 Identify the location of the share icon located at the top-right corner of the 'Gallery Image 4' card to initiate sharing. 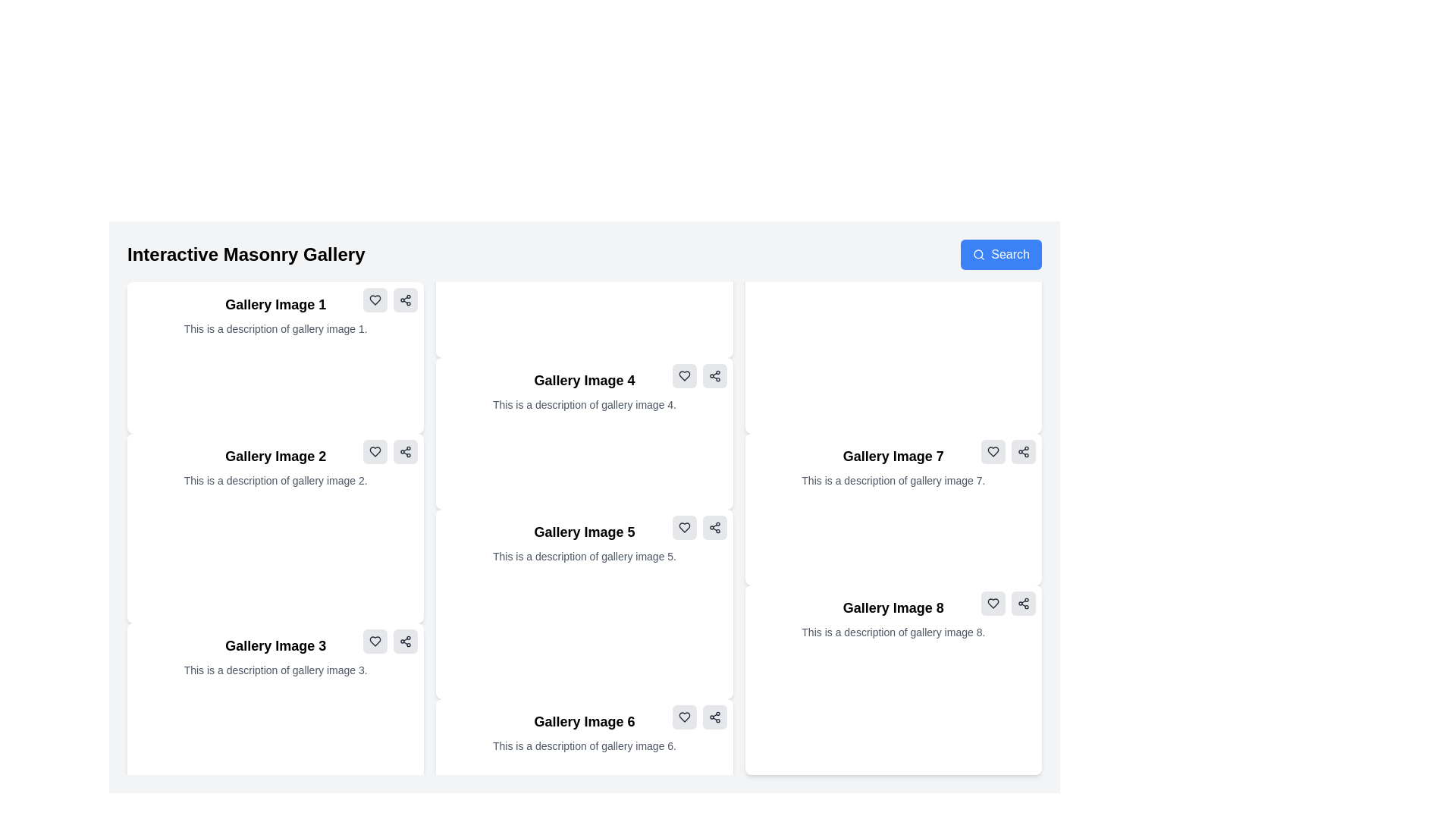
(714, 375).